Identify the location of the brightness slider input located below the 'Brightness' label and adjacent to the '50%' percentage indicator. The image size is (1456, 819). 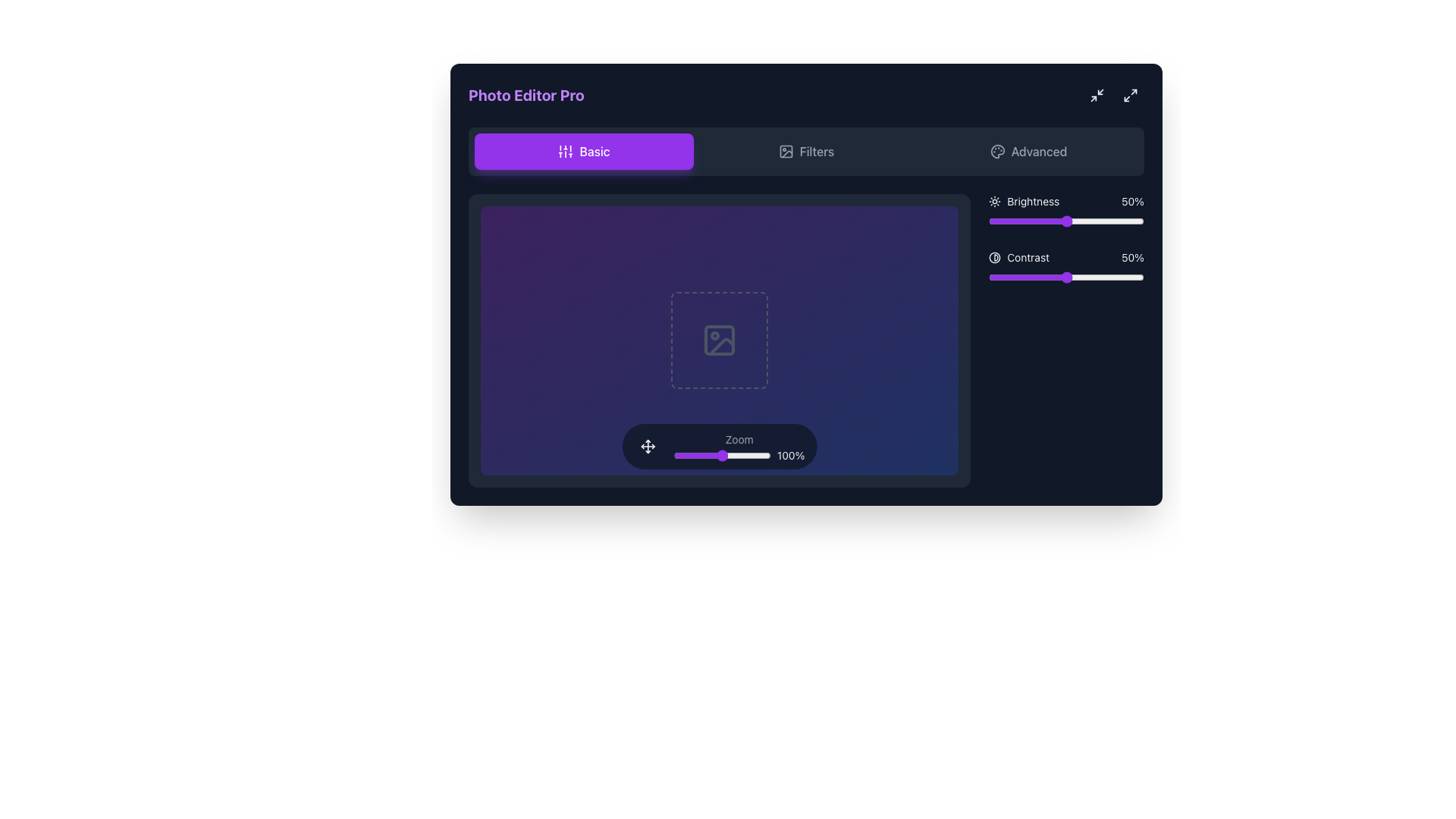
(1065, 221).